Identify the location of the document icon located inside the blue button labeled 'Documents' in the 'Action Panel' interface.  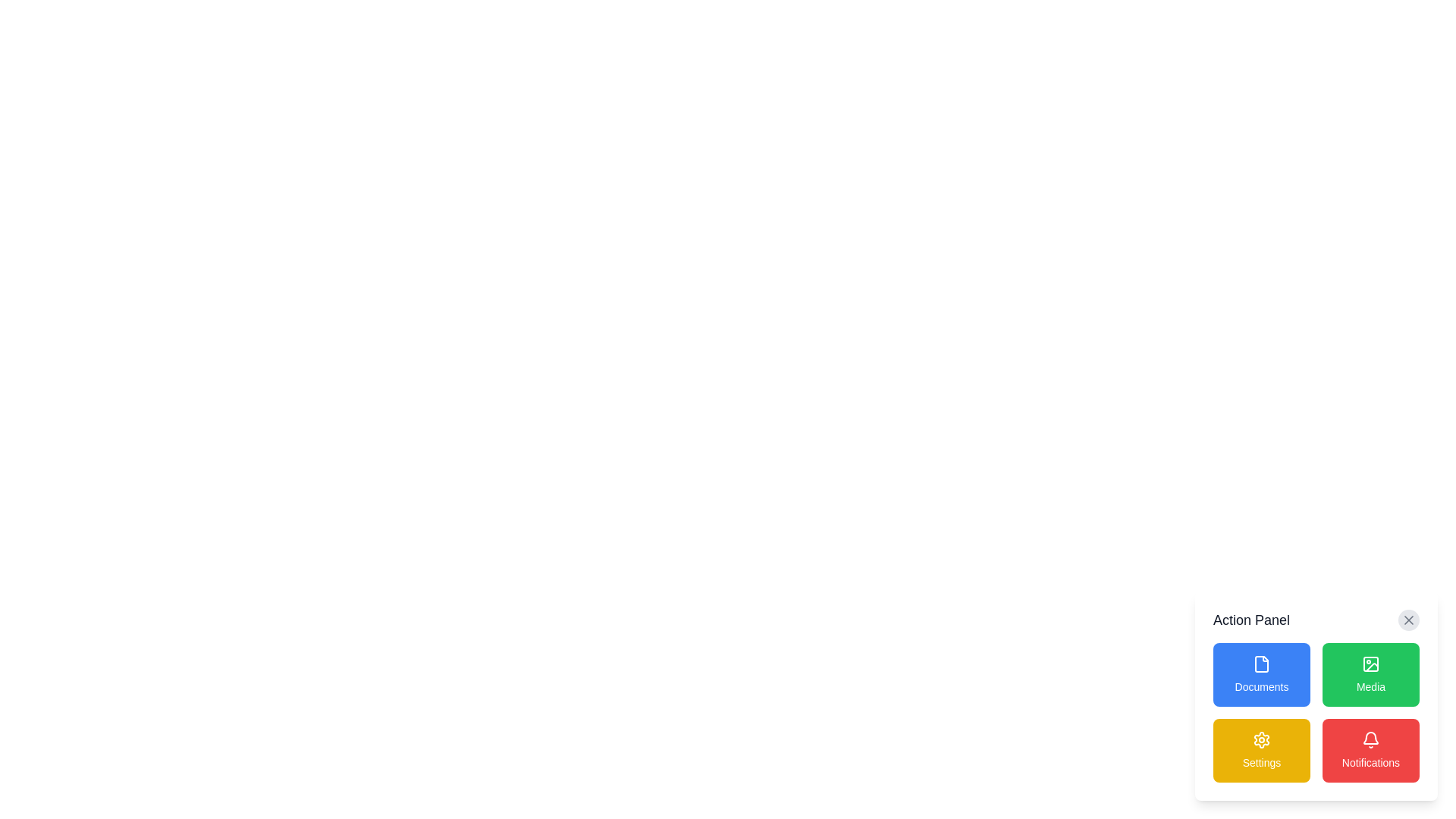
(1262, 663).